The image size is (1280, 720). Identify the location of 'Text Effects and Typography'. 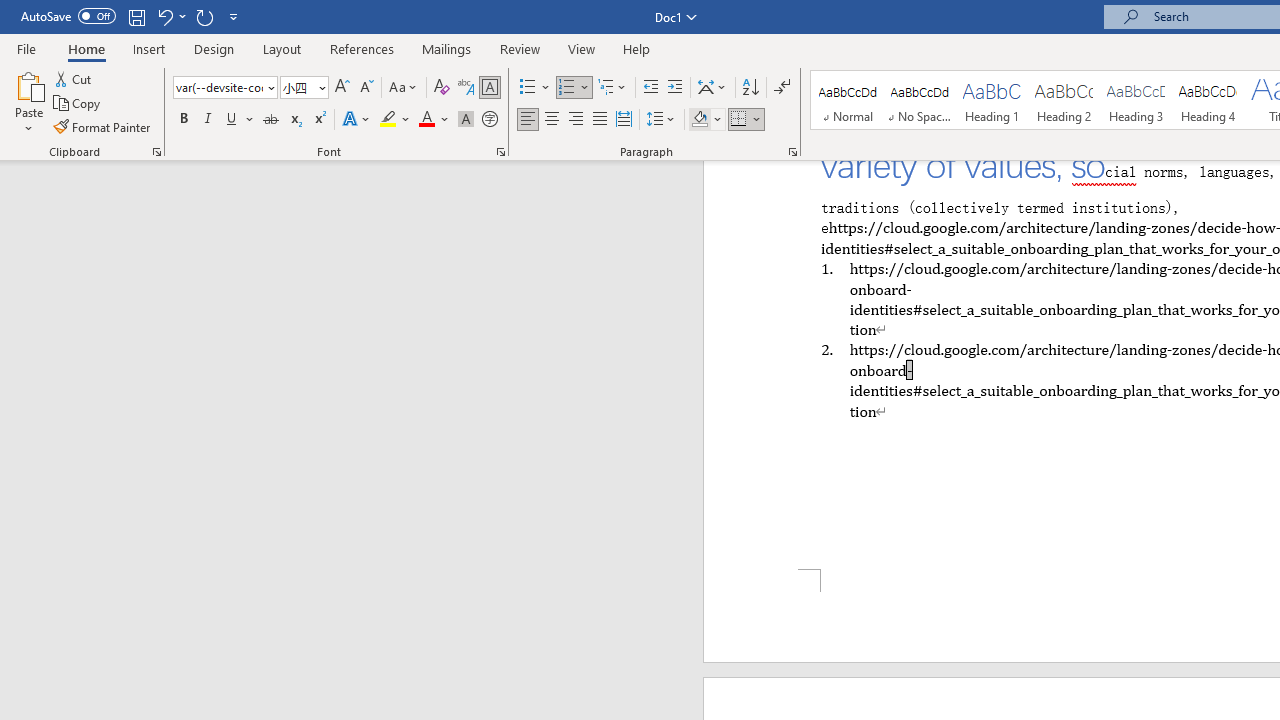
(357, 119).